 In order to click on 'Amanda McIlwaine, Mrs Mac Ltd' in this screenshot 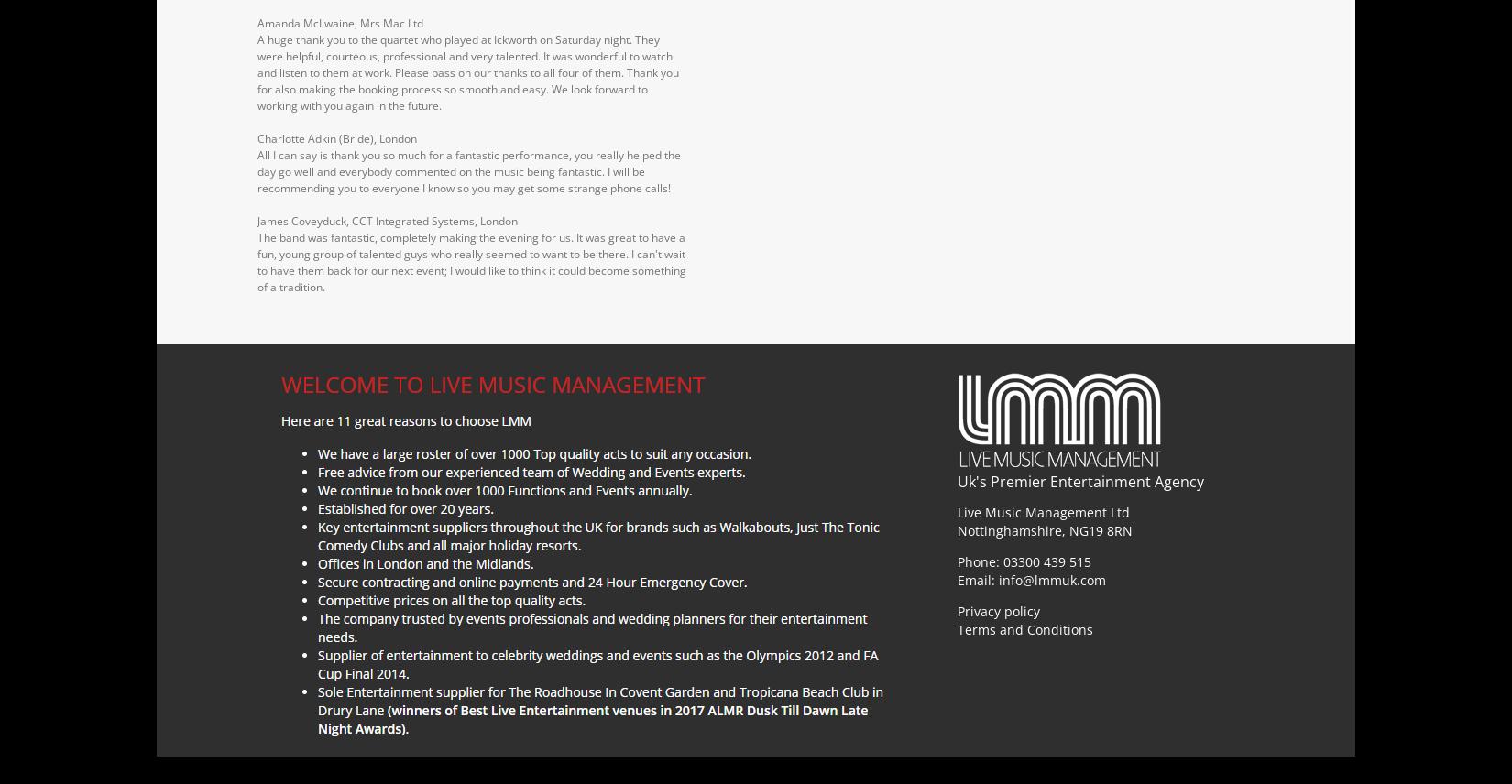, I will do `click(340, 22)`.